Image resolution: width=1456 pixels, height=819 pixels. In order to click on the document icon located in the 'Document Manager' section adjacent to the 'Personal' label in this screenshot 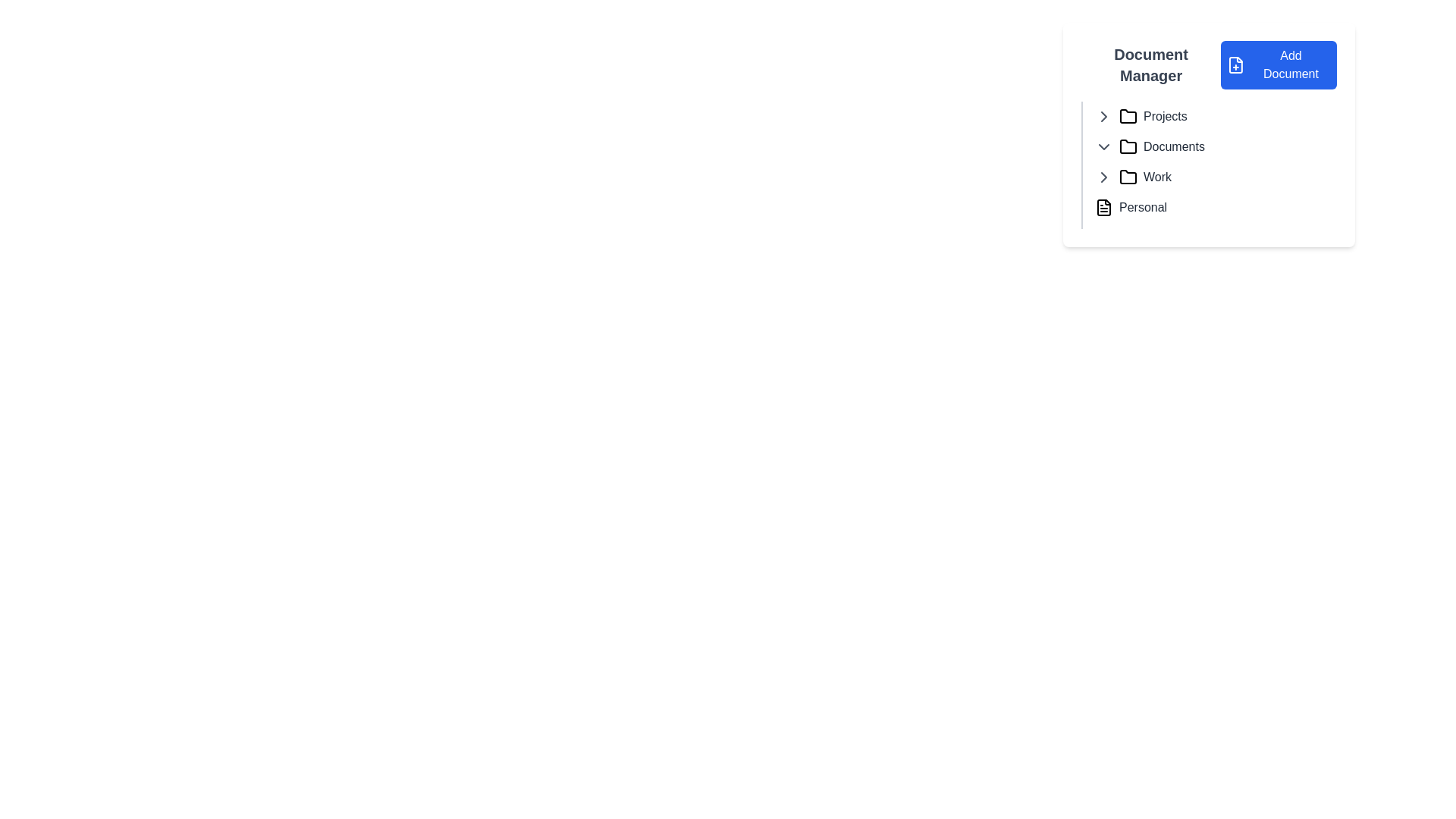, I will do `click(1103, 207)`.